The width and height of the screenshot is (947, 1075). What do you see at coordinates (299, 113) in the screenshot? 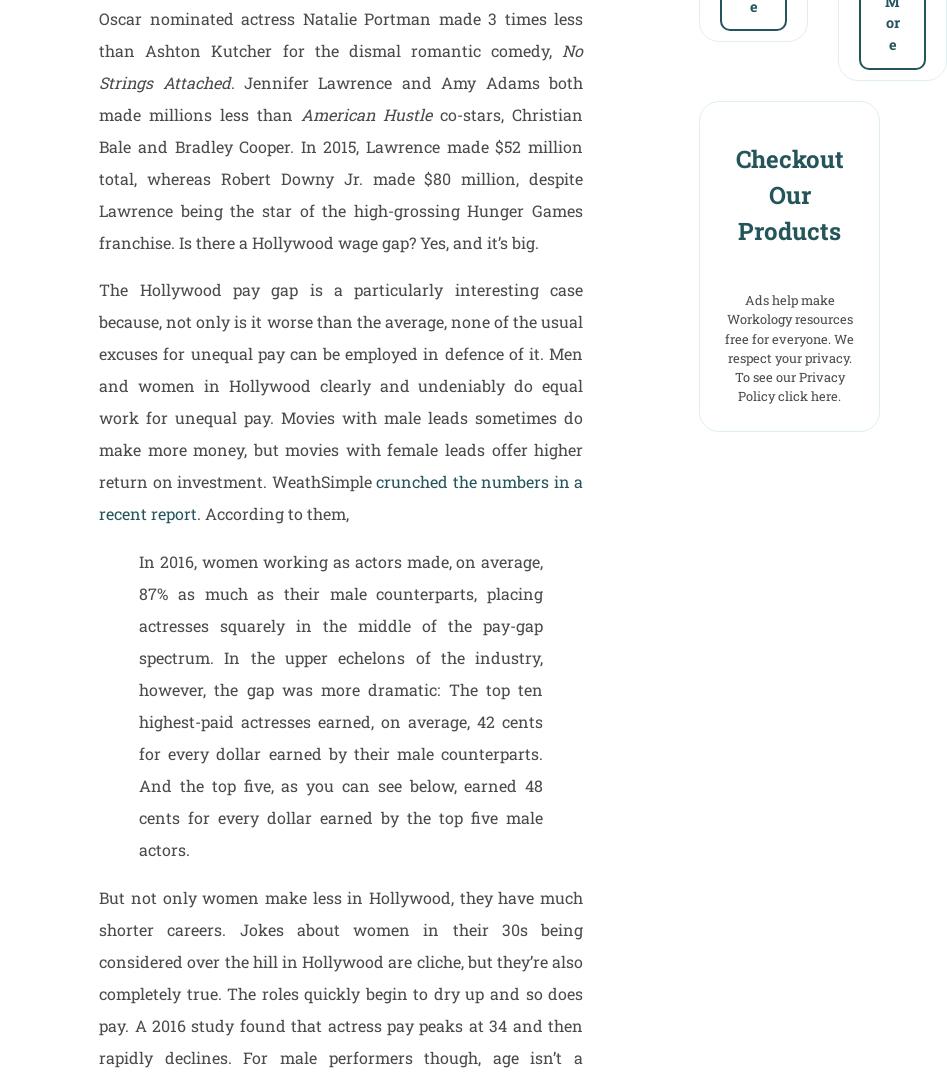
I see `'American Hustle'` at bounding box center [299, 113].